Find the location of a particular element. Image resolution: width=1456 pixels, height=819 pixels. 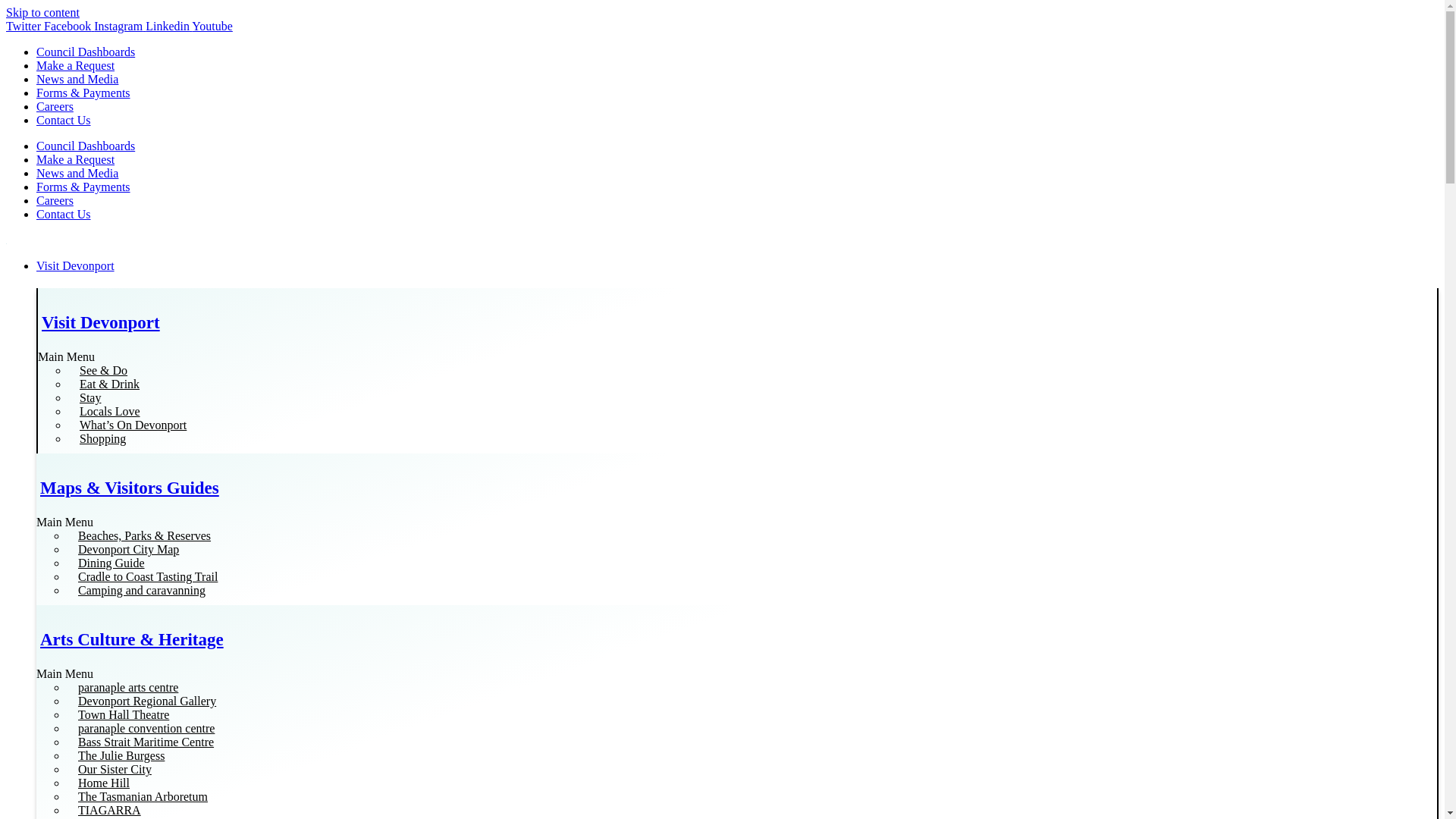

'Make a Request' is located at coordinates (74, 159).